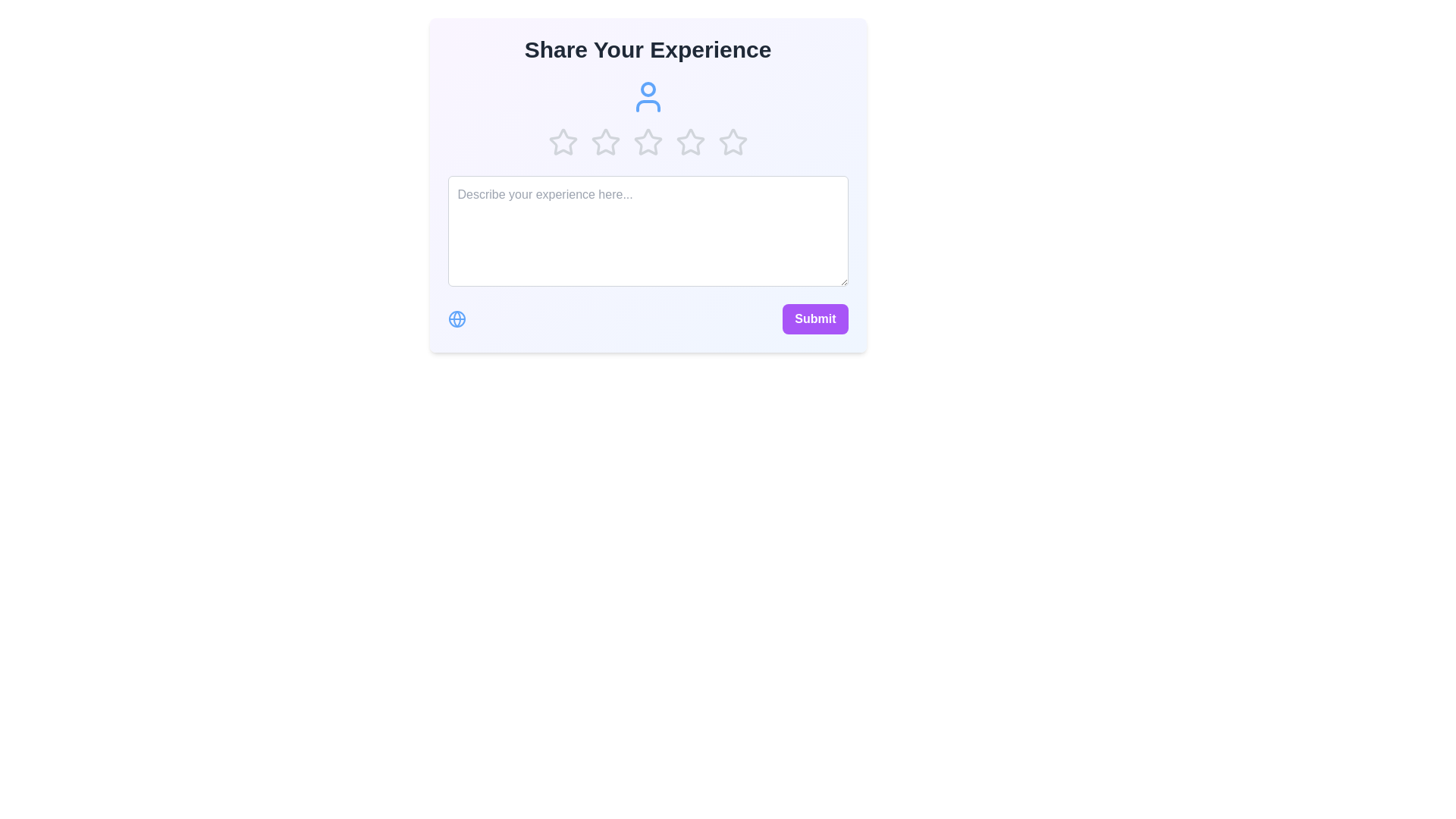 The image size is (1456, 819). Describe the element at coordinates (648, 143) in the screenshot. I see `the third star-shaped icon in the rating system located beneath the text 'Share Your Experience' to rate it` at that location.